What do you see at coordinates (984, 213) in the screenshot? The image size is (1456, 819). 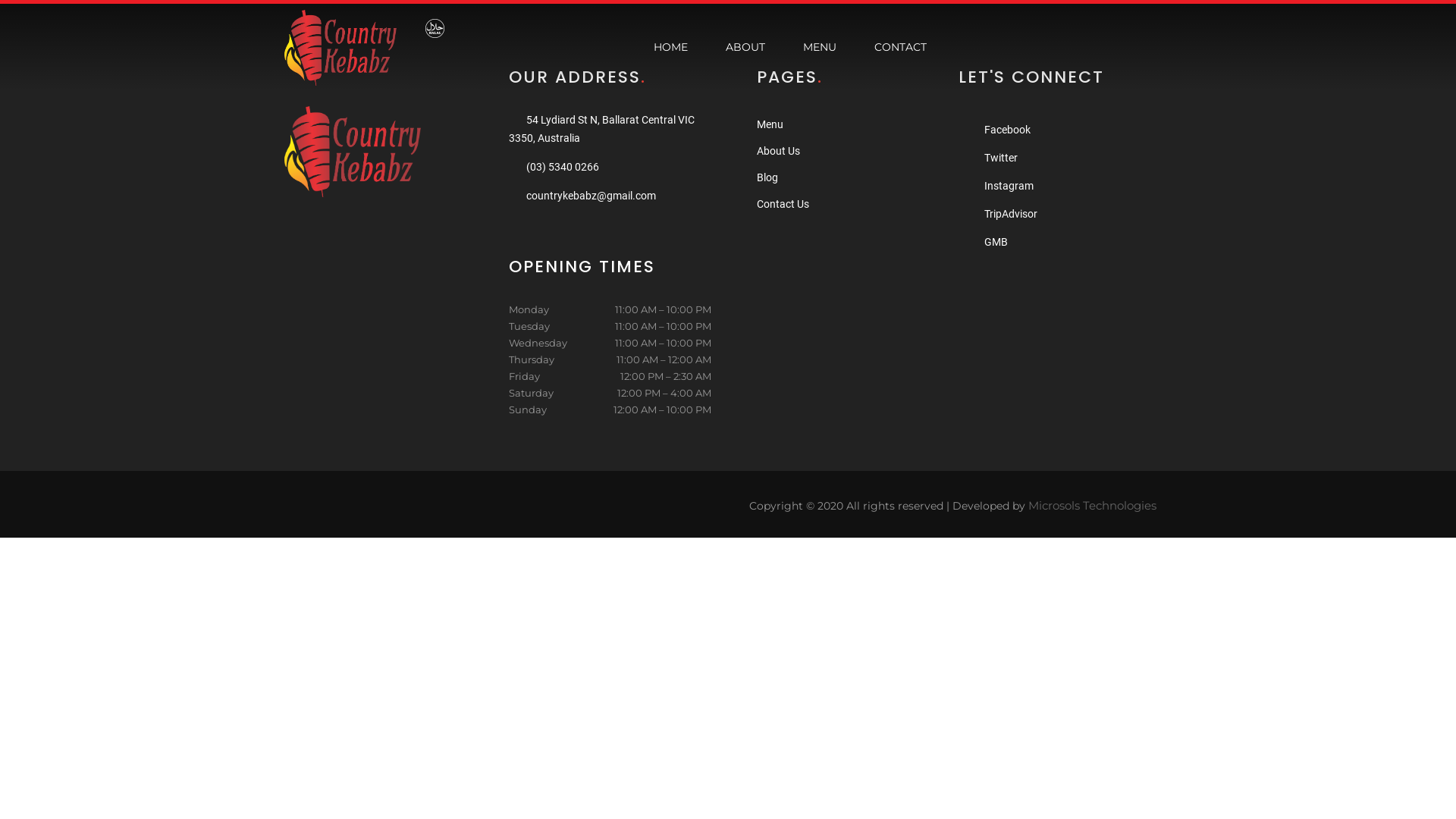 I see `'TripAdvisor'` at bounding box center [984, 213].